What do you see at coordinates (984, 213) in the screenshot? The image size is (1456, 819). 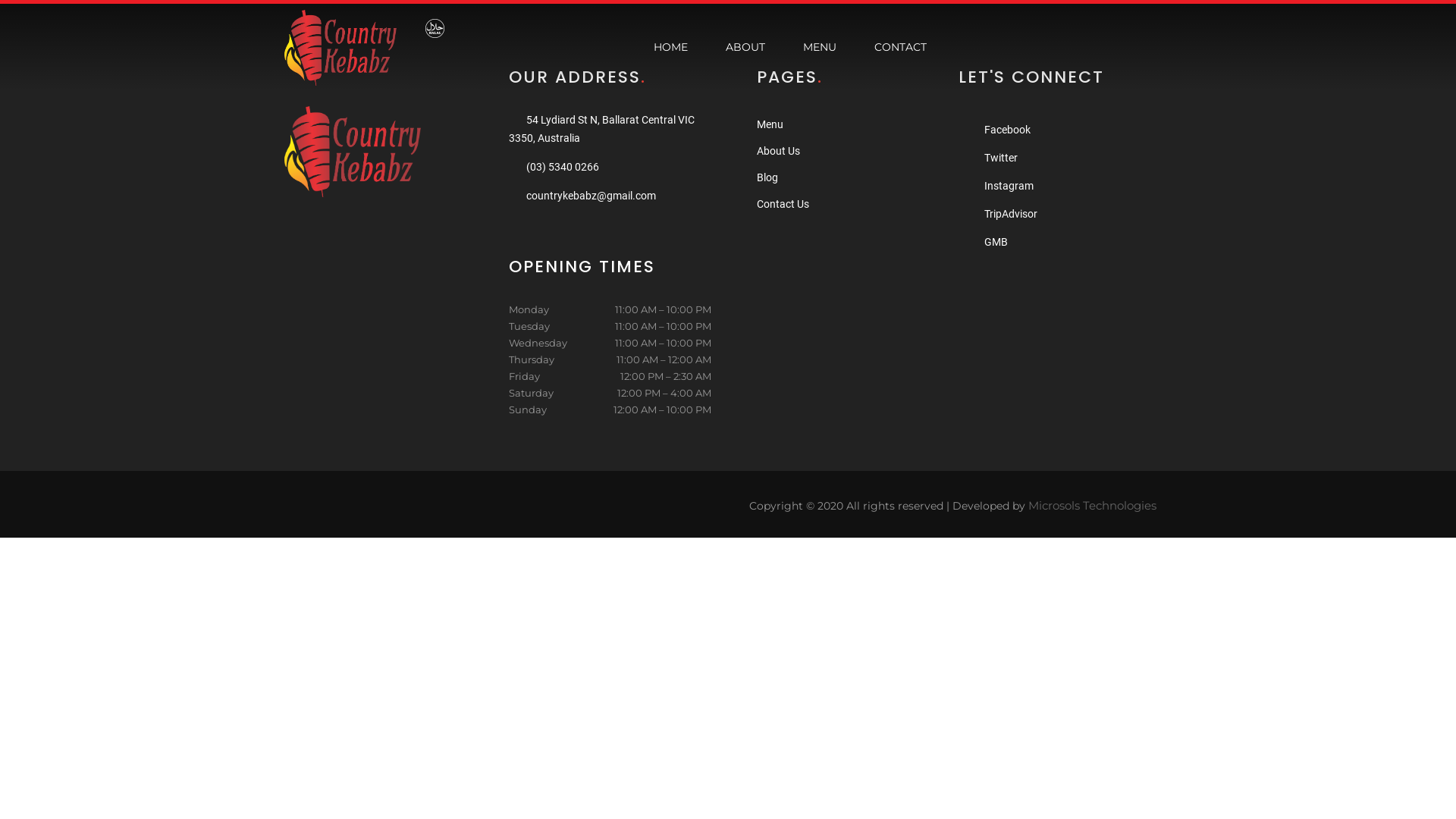 I see `'TripAdvisor'` at bounding box center [984, 213].